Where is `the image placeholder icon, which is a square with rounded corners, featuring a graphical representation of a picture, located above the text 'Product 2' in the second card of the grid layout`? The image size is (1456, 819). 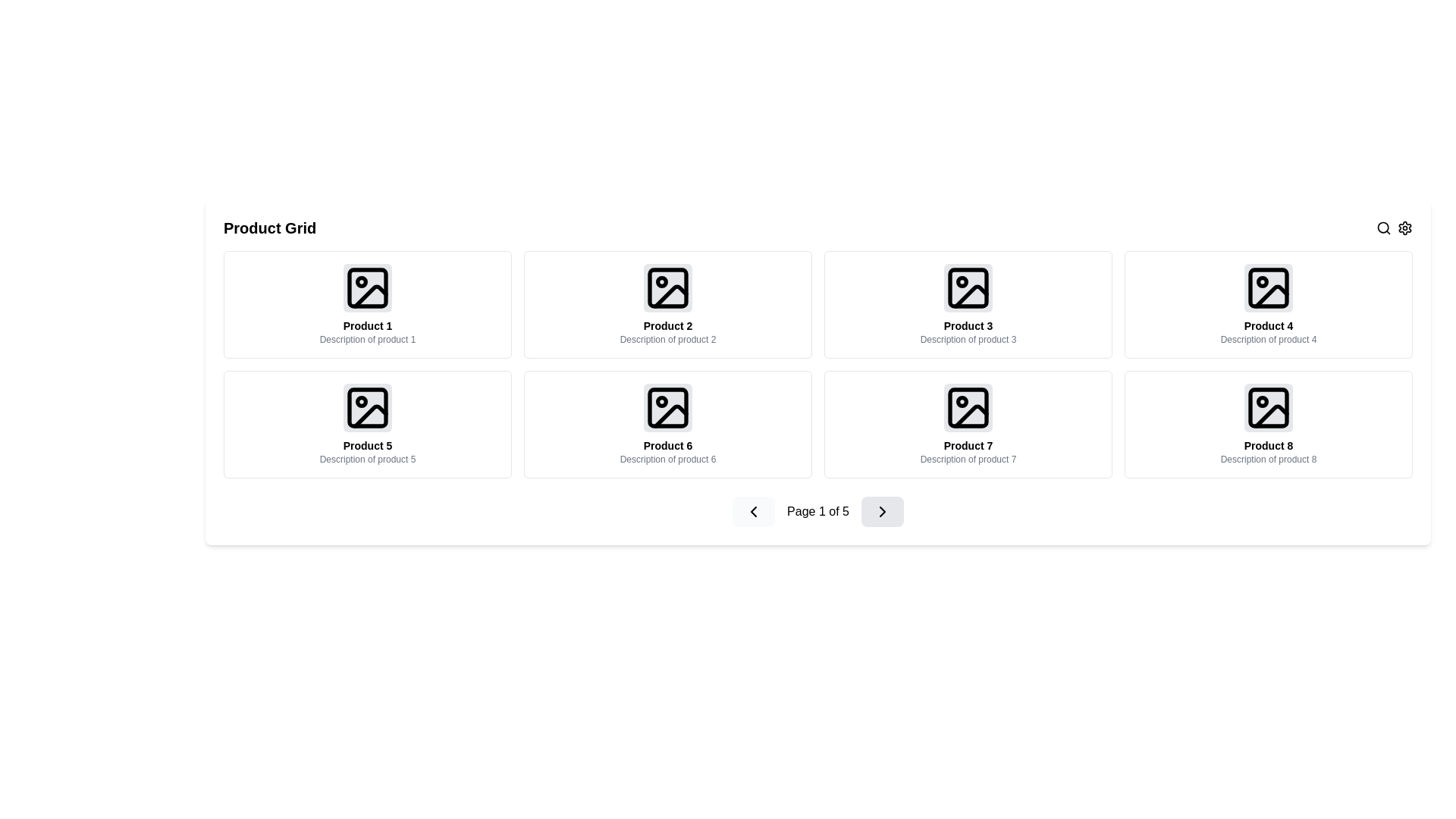
the image placeholder icon, which is a square with rounded corners, featuring a graphical representation of a picture, located above the text 'Product 2' in the second card of the grid layout is located at coordinates (667, 288).